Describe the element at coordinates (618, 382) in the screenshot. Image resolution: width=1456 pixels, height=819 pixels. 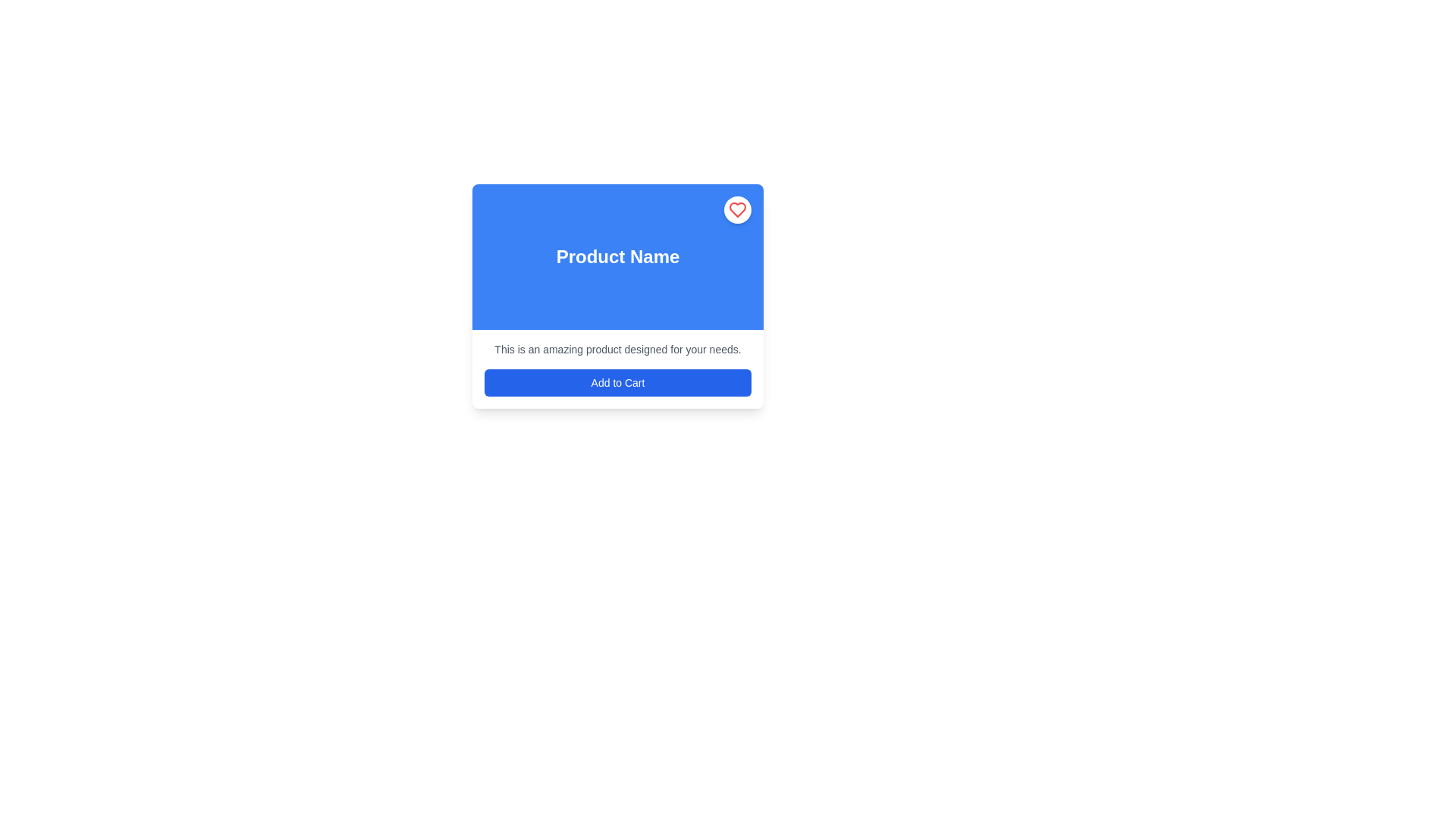
I see `the 'Add to Cart' button, which is a blue rectangular button with rounded corners located centrally in the middle section of the interface` at that location.